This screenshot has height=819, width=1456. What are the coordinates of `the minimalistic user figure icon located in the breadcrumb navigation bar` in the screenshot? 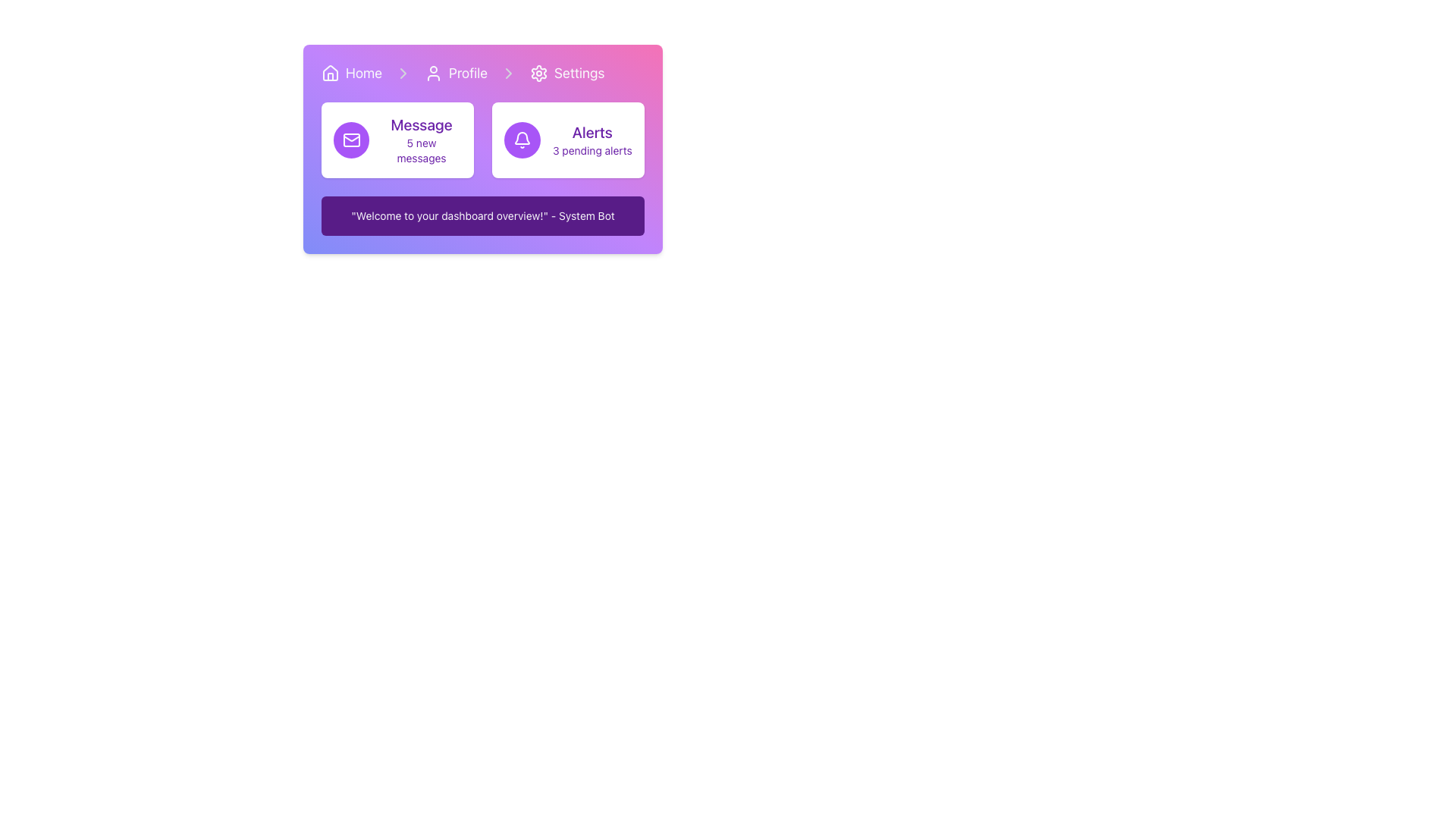 It's located at (432, 73).